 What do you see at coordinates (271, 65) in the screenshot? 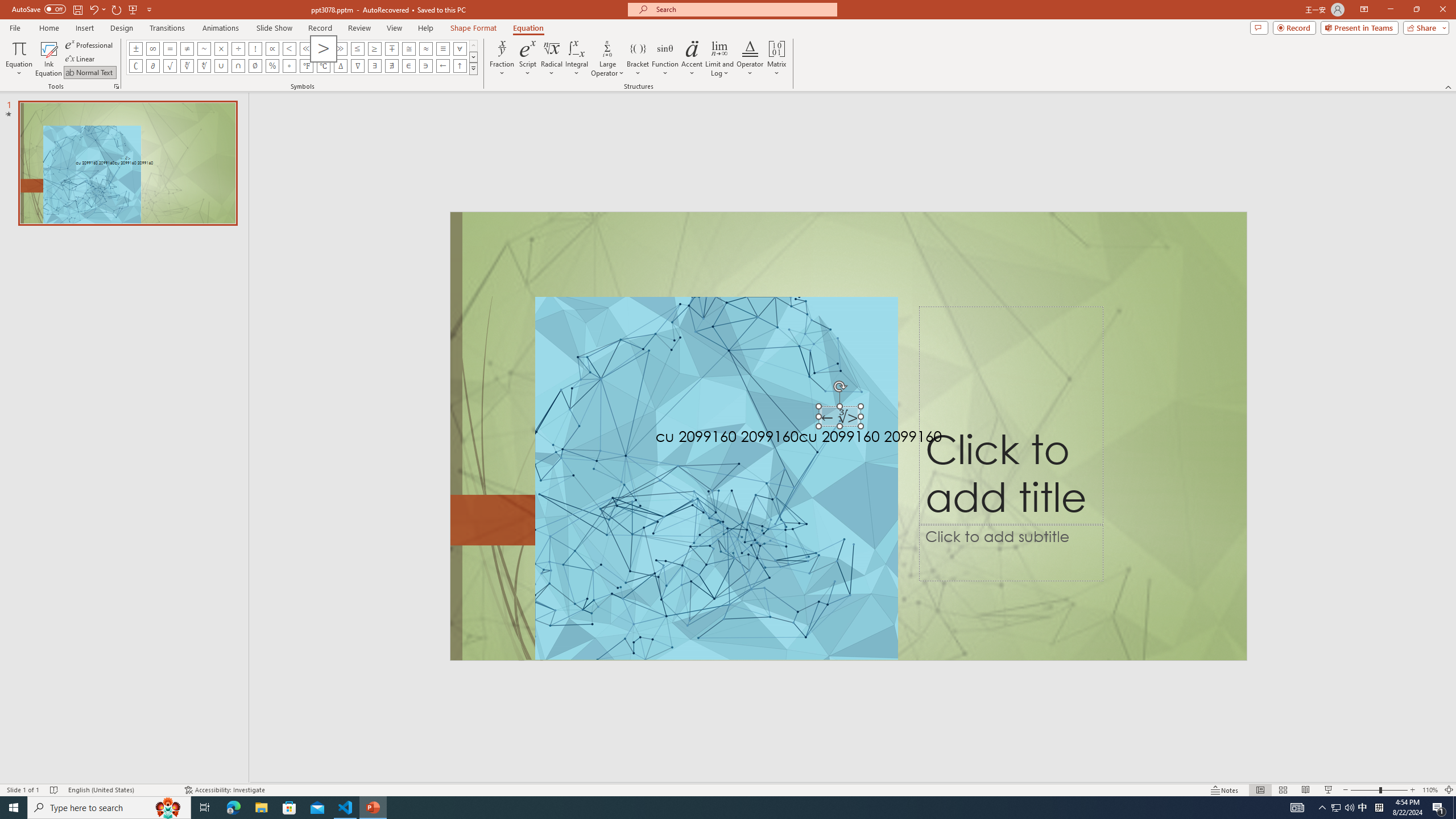
I see `'Equation Symbol Percentage'` at bounding box center [271, 65].